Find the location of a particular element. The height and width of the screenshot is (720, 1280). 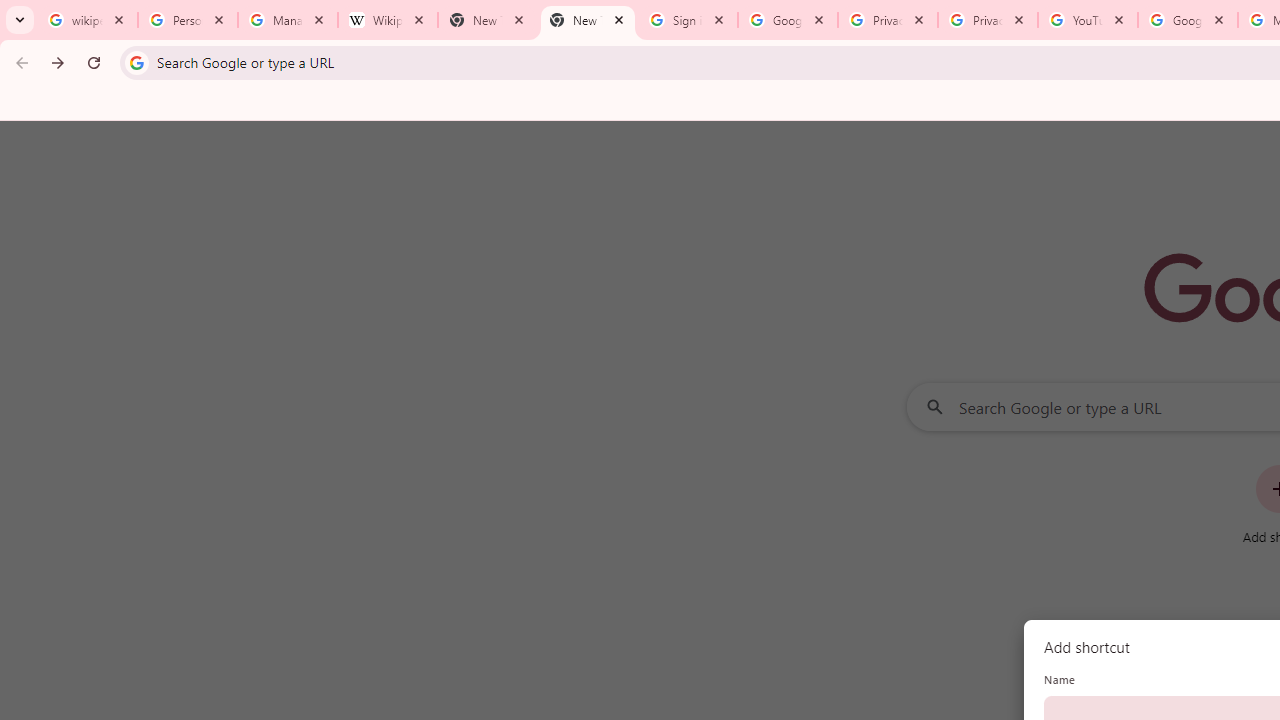

'Sign in - Google Accounts' is located at coordinates (688, 20).